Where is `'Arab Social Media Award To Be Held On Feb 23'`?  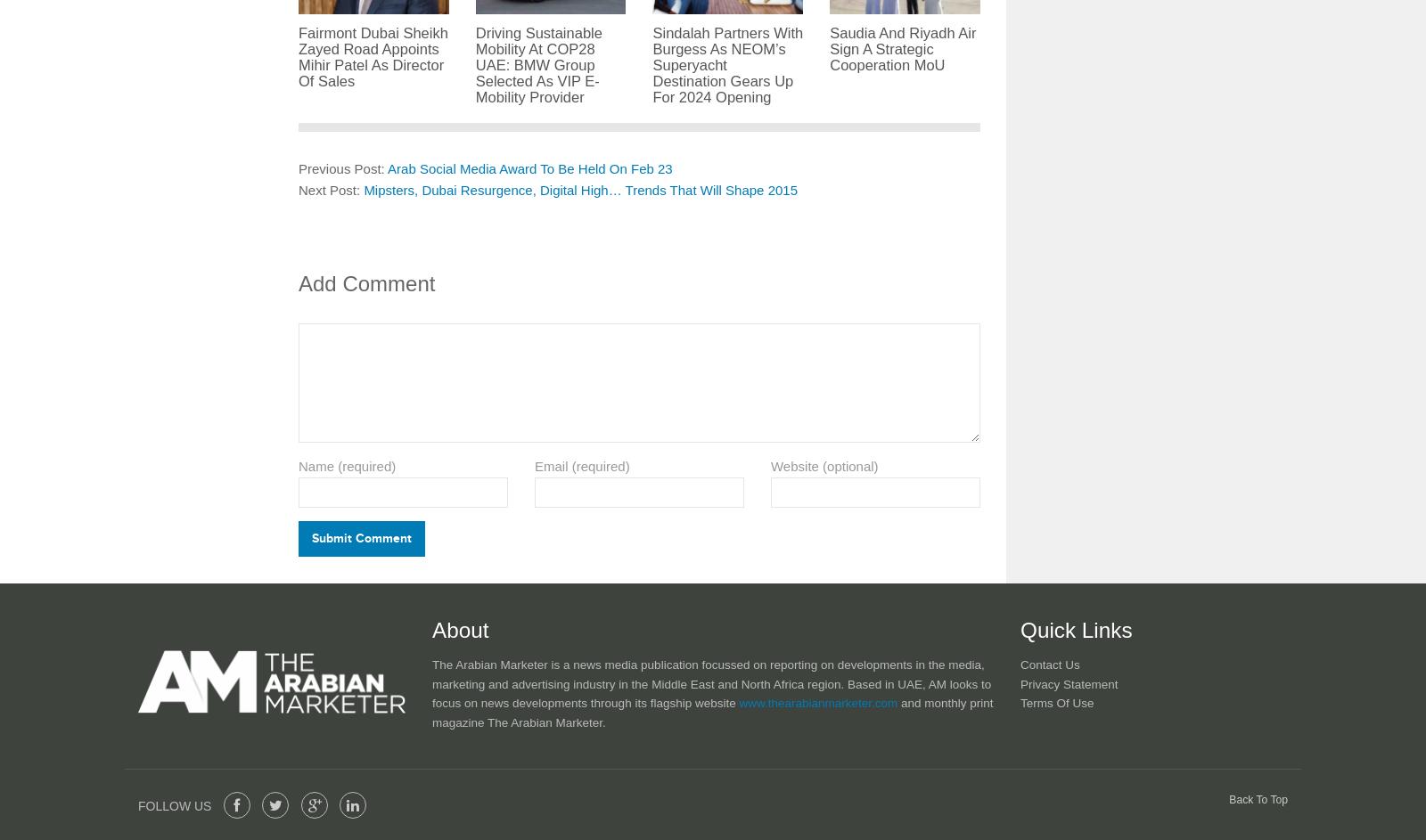 'Arab Social Media Award To Be Held On Feb 23' is located at coordinates (529, 167).